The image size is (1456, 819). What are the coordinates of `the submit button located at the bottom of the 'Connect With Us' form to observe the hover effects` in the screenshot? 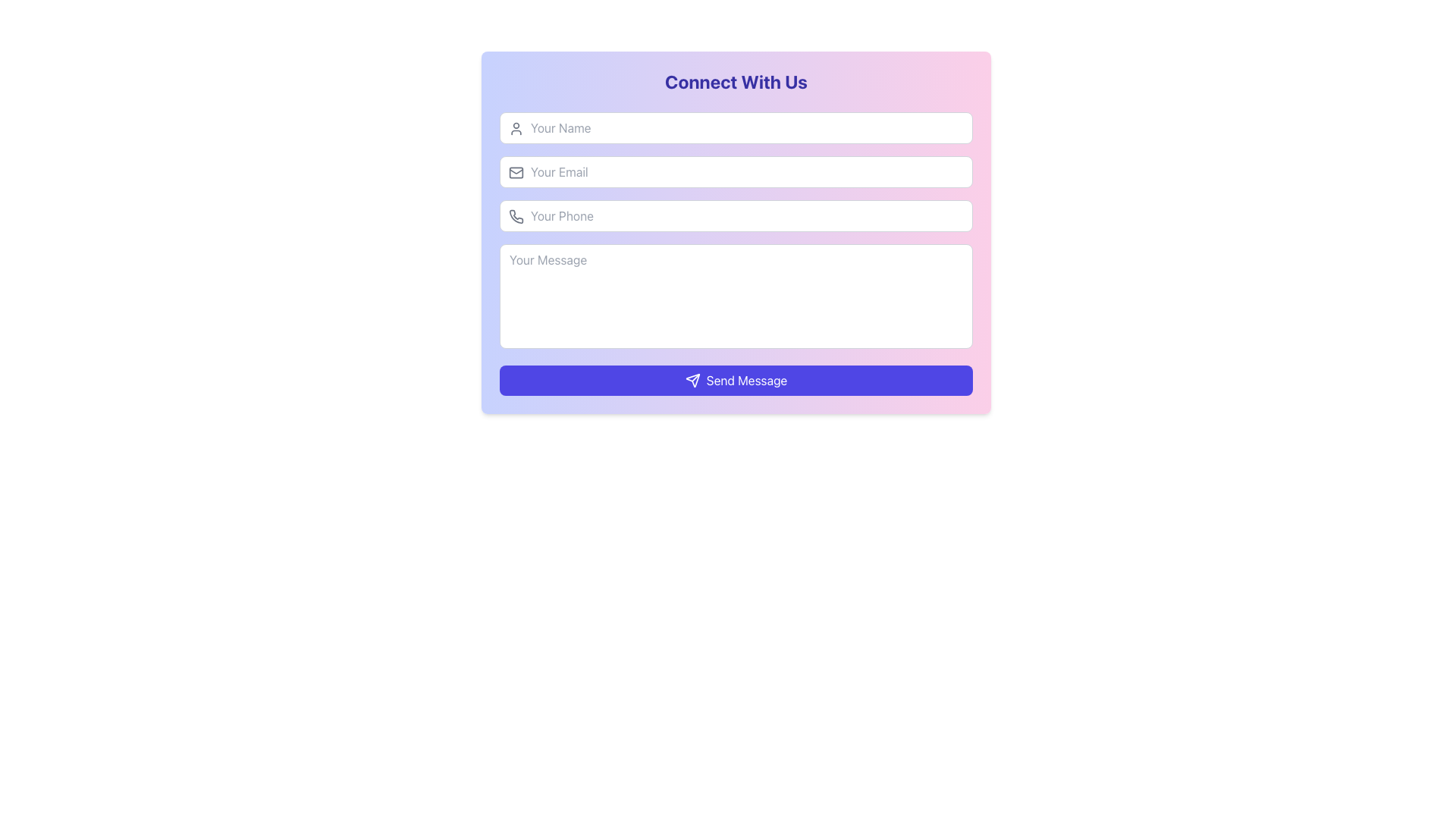 It's located at (736, 379).